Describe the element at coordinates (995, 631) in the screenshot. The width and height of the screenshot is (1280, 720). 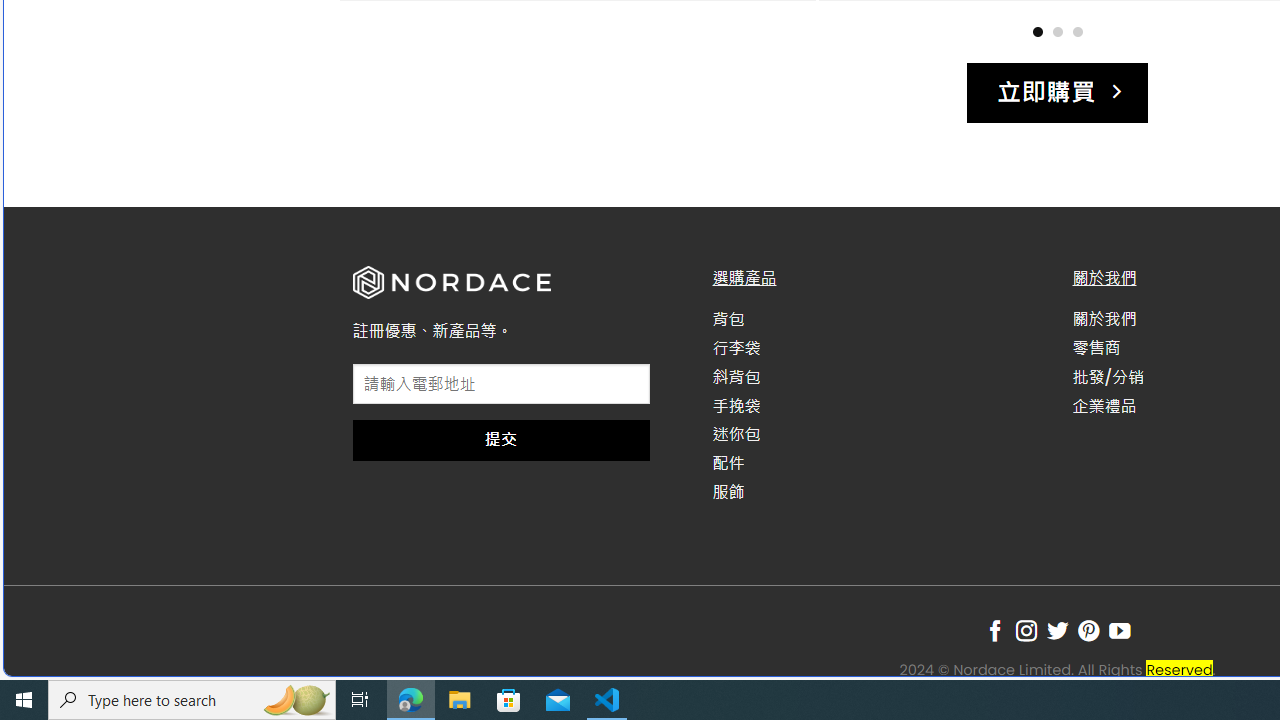
I see `'Follow on Facebook'` at that location.